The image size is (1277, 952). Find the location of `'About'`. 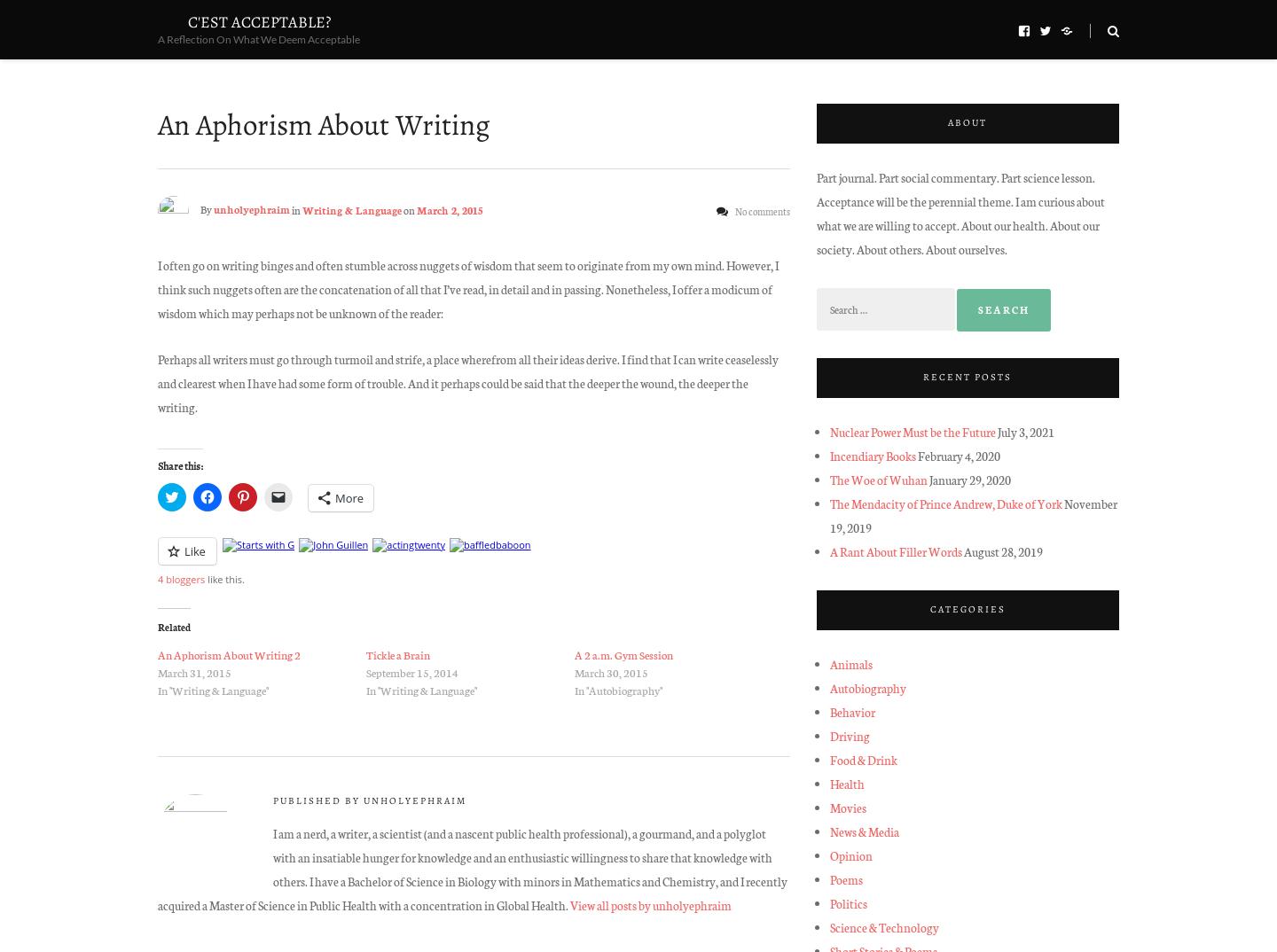

'About' is located at coordinates (948, 121).